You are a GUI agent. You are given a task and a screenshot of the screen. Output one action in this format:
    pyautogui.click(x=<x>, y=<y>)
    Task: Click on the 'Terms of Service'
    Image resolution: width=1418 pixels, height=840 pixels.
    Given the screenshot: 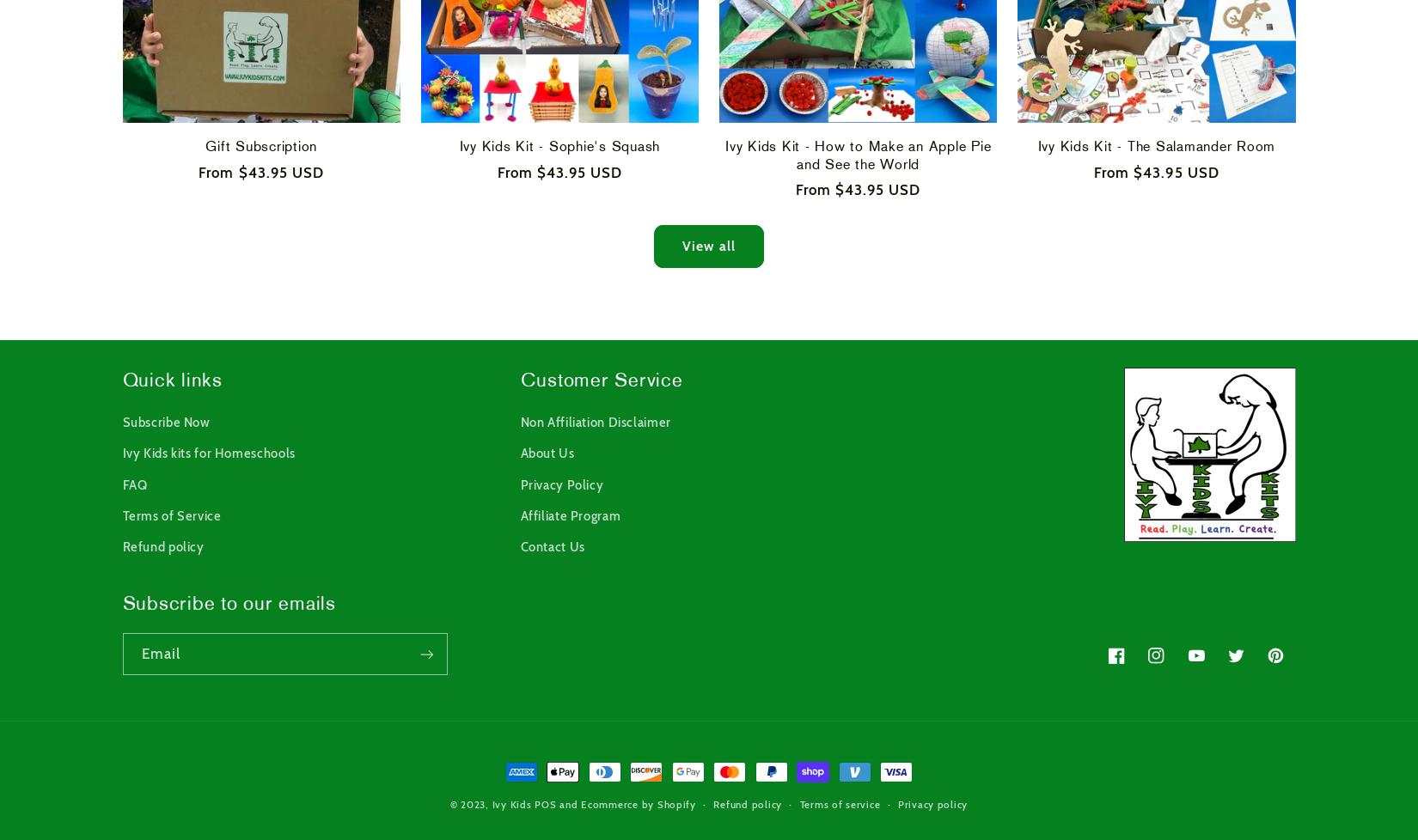 What is the action you would take?
    pyautogui.click(x=122, y=515)
    